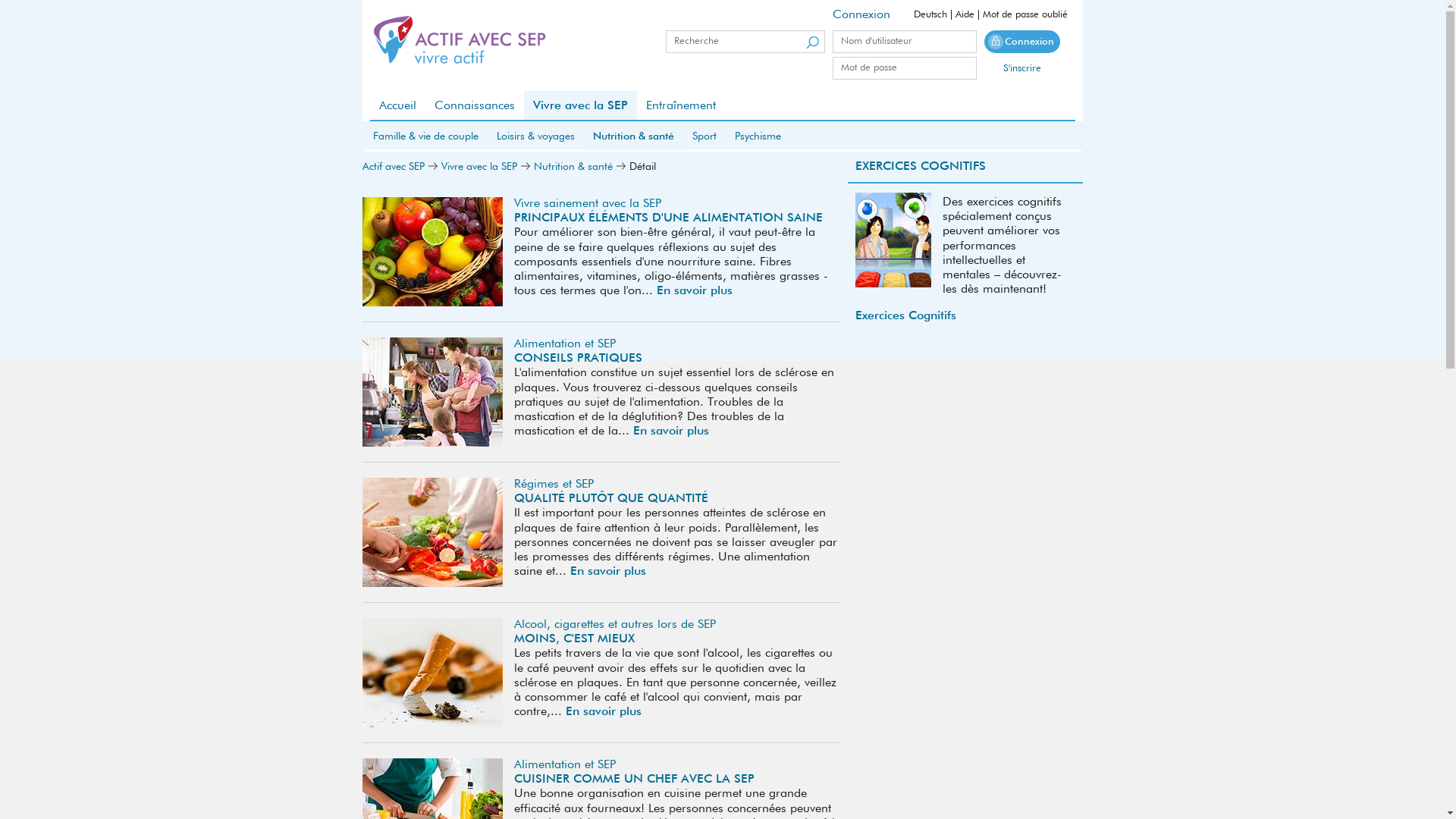  Describe the element at coordinates (912, 14) in the screenshot. I see `'Deutsch'` at that location.